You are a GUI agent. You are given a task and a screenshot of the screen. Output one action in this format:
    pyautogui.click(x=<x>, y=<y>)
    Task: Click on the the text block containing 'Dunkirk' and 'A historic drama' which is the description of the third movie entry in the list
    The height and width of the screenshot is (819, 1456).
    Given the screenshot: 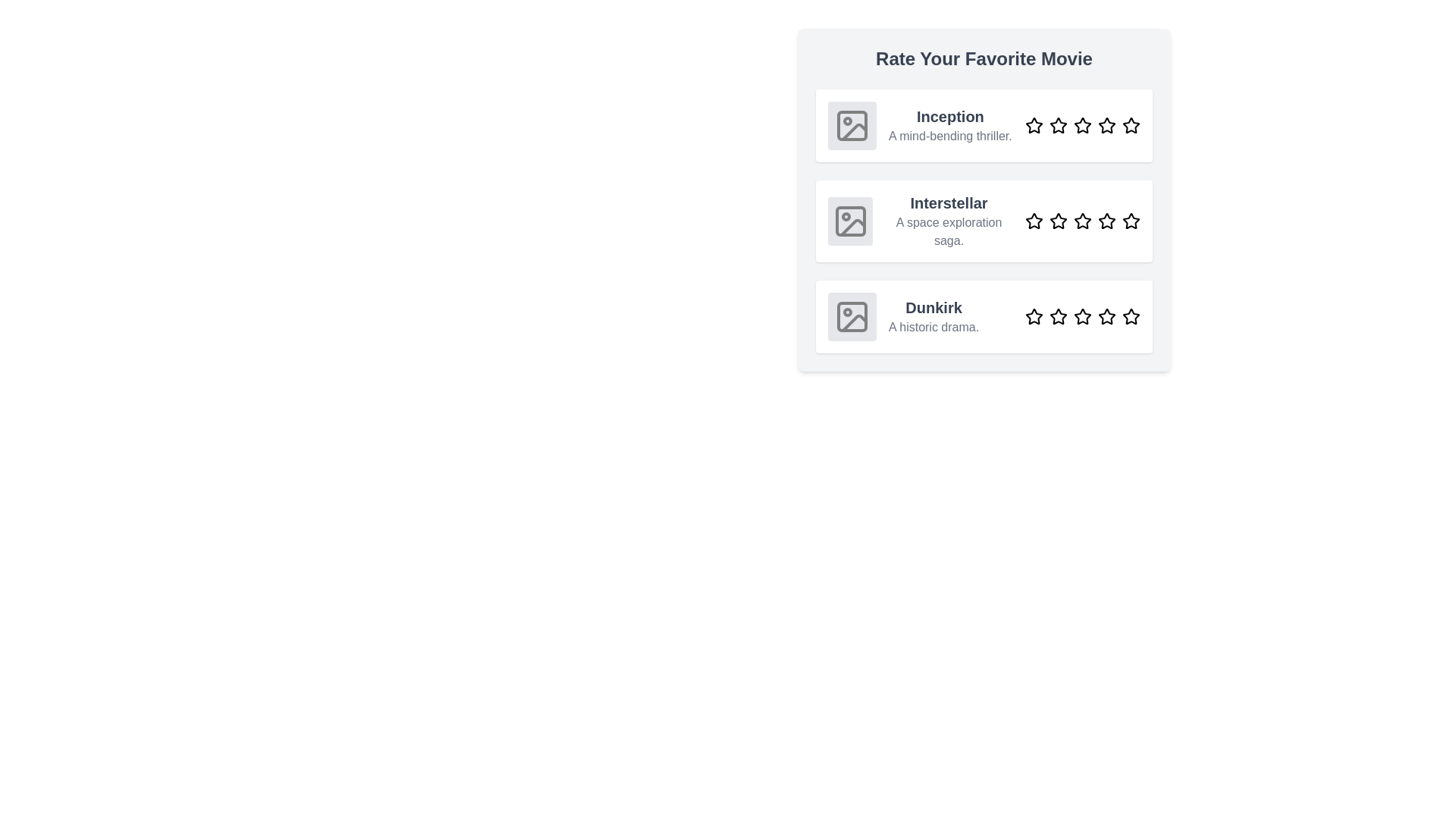 What is the action you would take?
    pyautogui.click(x=933, y=315)
    